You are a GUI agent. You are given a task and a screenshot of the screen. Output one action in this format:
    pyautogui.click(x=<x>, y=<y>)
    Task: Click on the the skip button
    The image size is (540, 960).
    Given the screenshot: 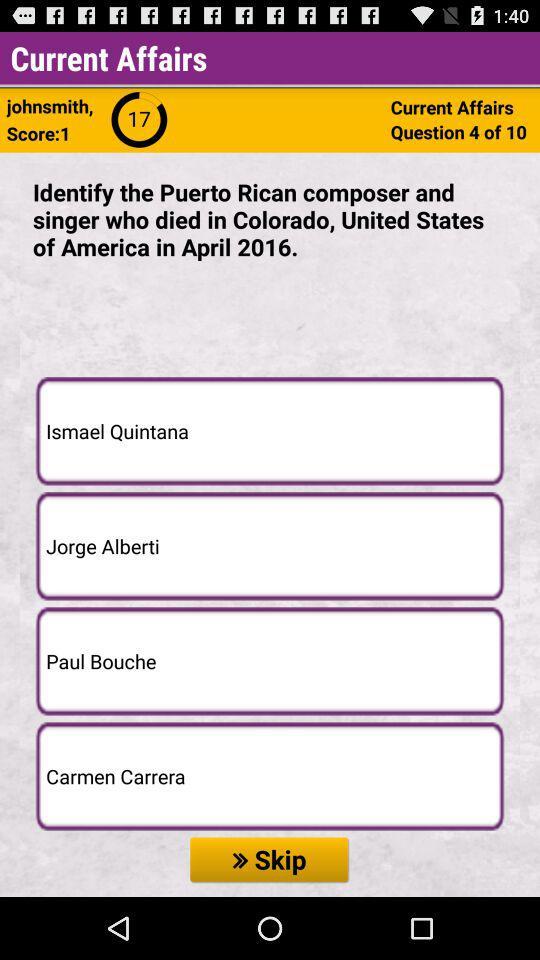 What is the action you would take?
    pyautogui.click(x=270, y=859)
    